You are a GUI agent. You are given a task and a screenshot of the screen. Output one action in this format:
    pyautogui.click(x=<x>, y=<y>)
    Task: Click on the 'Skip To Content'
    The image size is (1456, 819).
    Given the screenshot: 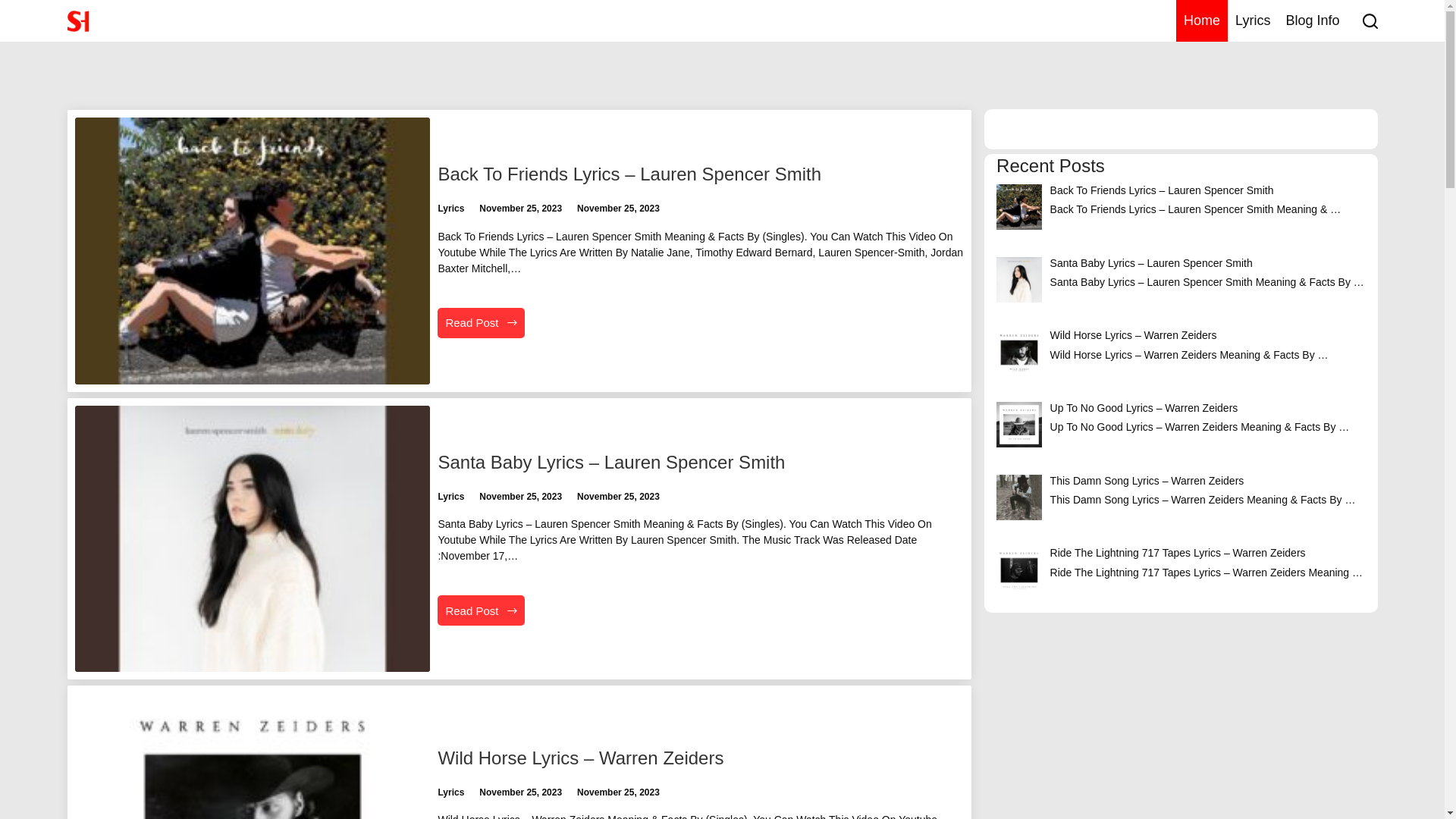 What is the action you would take?
    pyautogui.click(x=14, y=8)
    